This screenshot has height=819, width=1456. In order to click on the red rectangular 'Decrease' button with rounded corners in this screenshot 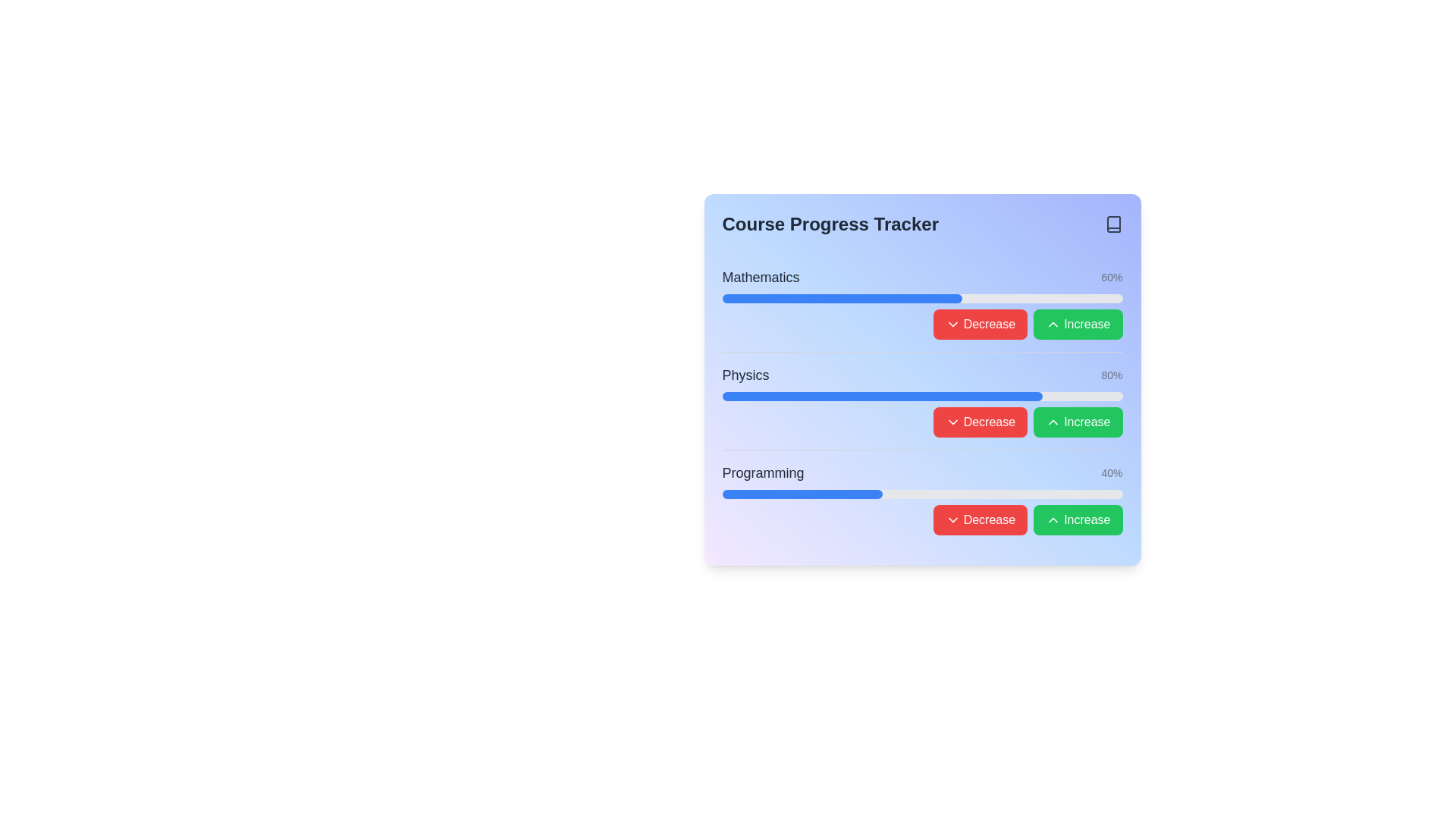, I will do `click(980, 324)`.